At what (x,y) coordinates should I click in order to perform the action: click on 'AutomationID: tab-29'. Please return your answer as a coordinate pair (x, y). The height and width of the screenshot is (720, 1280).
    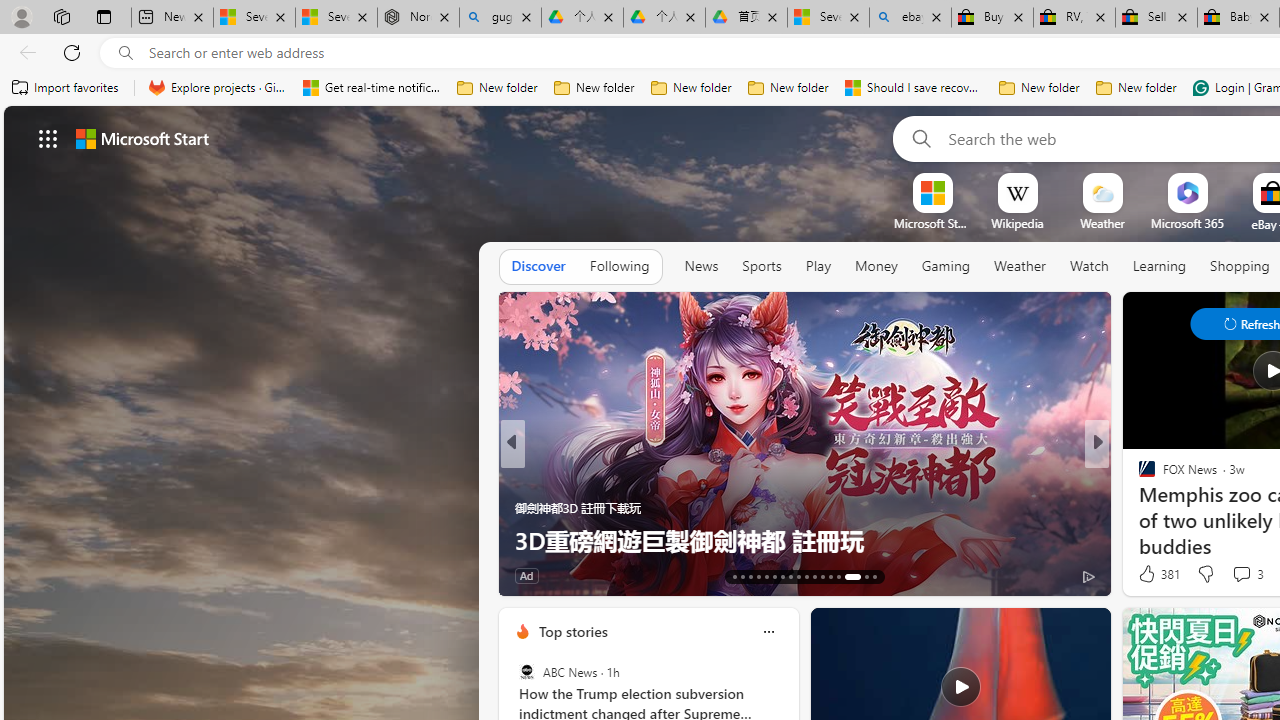
    Looking at the image, I should click on (874, 577).